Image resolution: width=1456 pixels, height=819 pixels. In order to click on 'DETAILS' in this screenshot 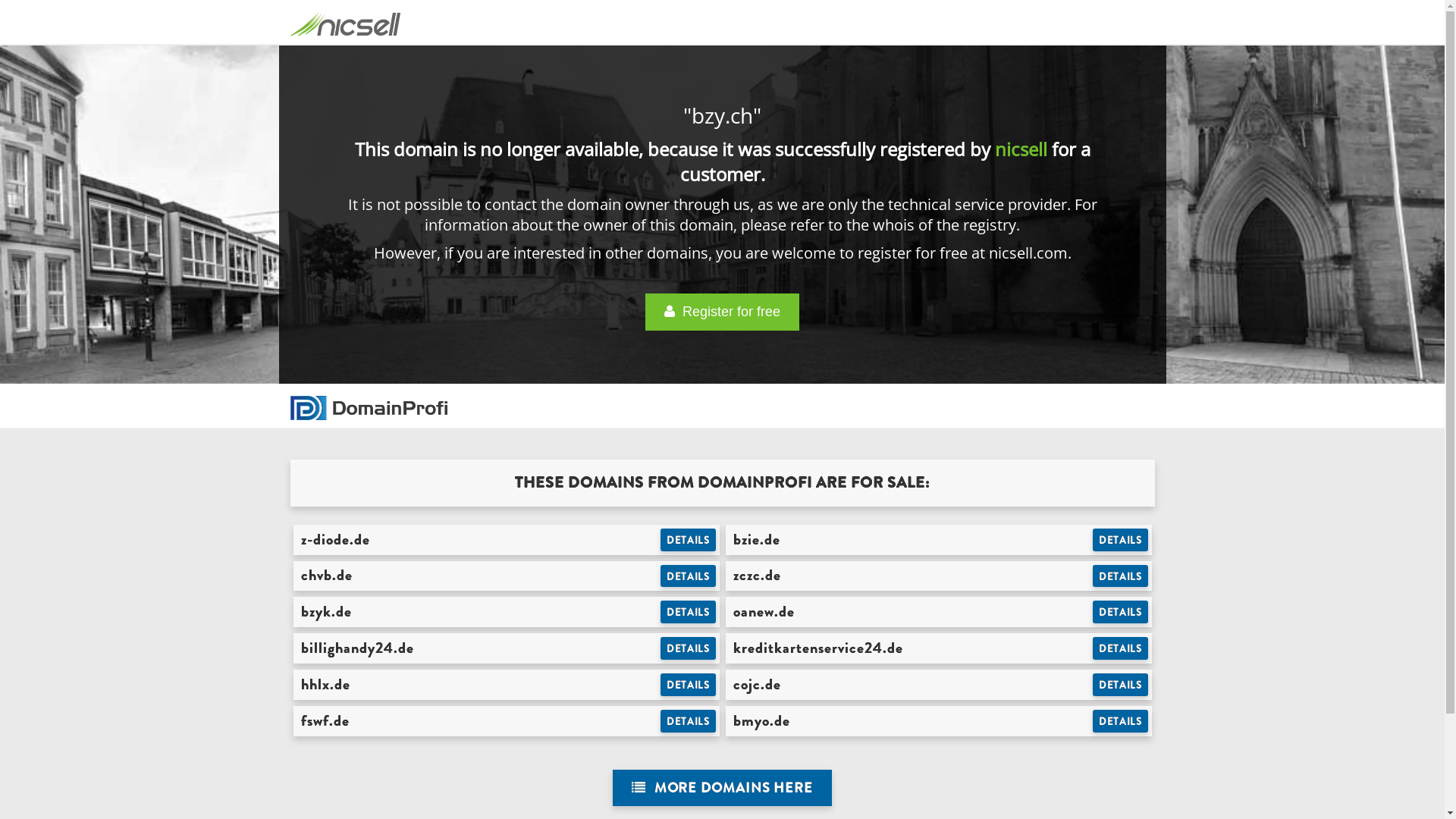, I will do `click(660, 576)`.